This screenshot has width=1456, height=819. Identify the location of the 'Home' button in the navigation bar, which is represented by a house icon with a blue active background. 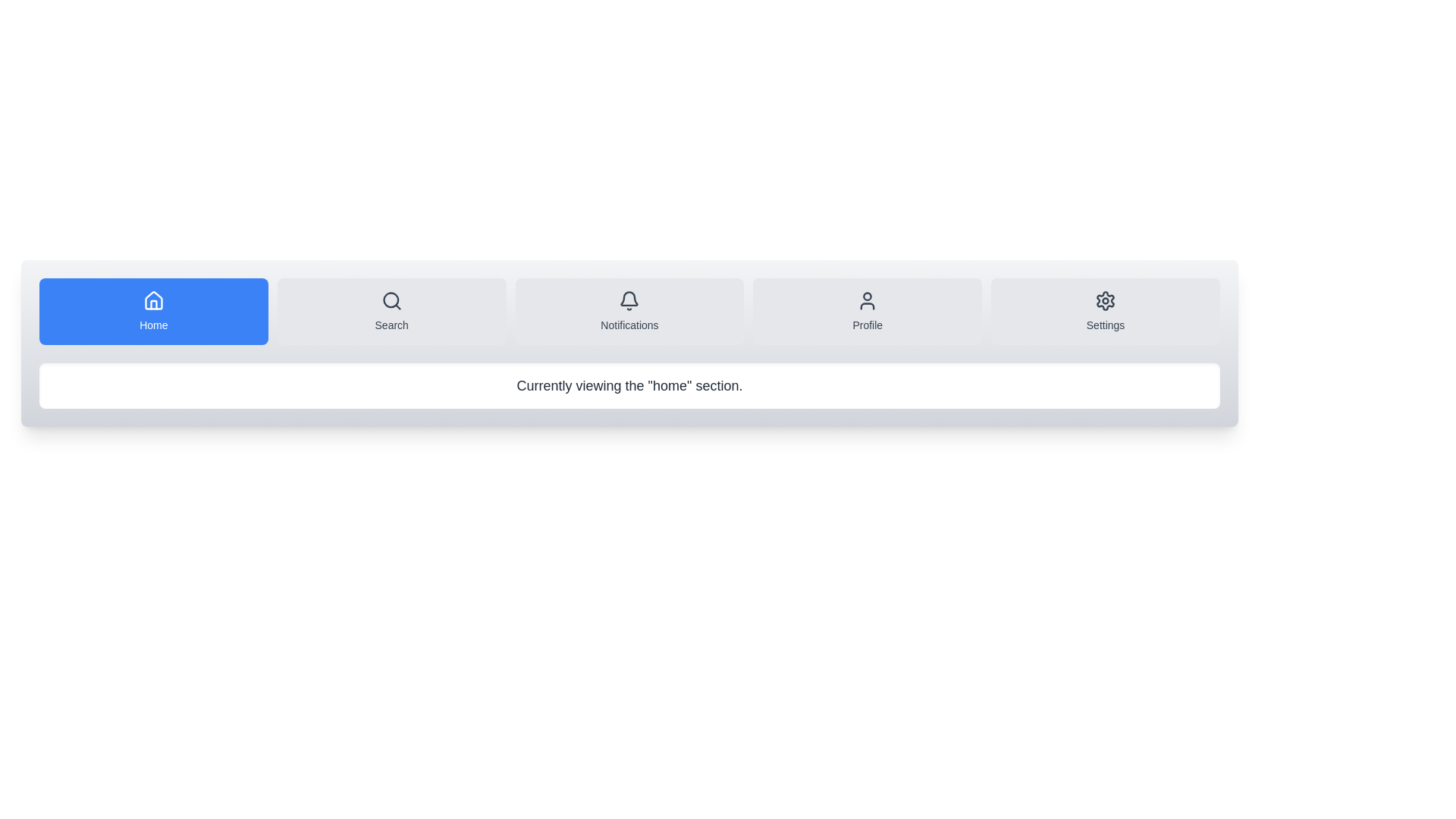
(153, 300).